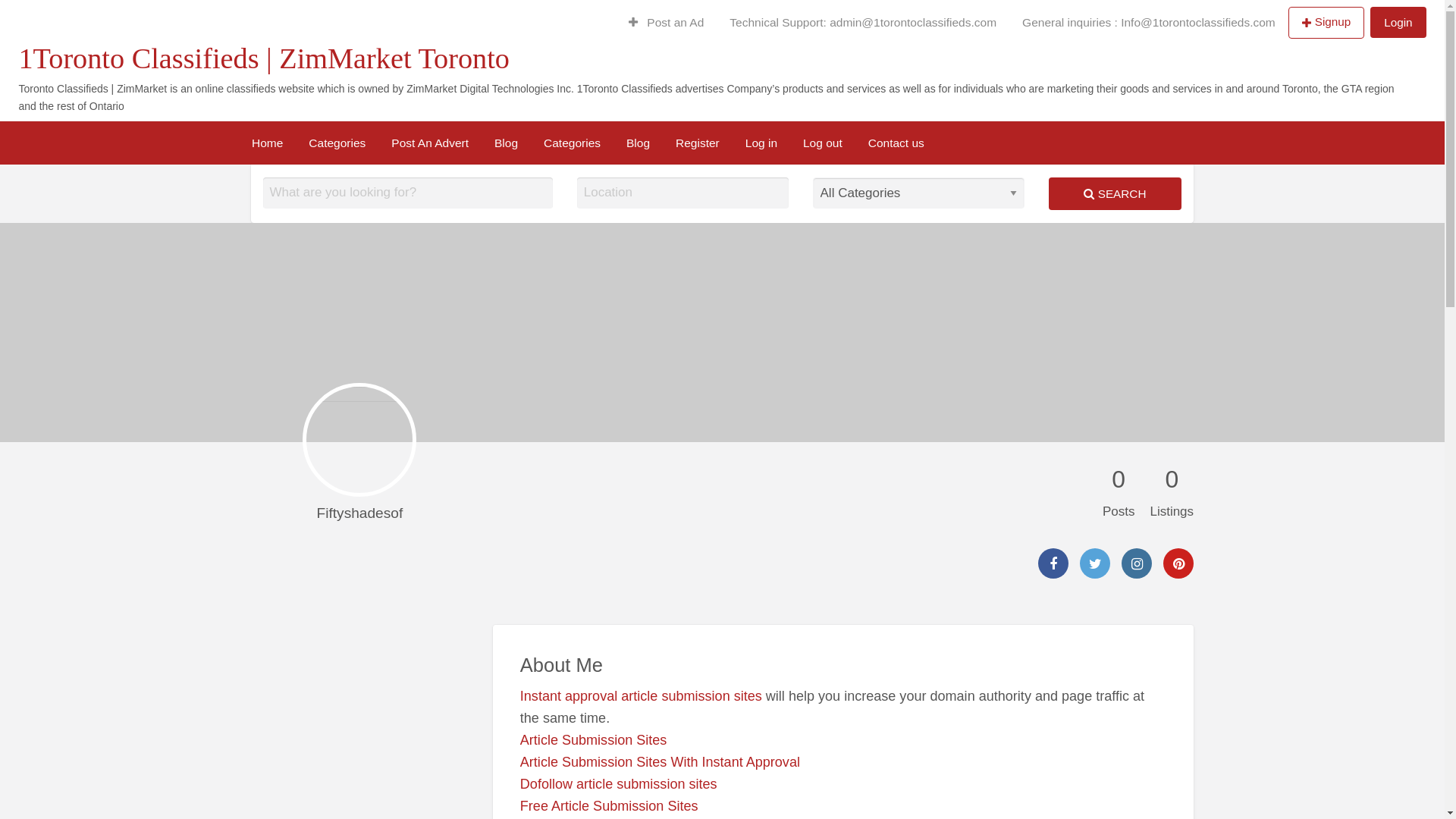 The image size is (1456, 819). Describe the element at coordinates (295, 143) in the screenshot. I see `'Categories'` at that location.